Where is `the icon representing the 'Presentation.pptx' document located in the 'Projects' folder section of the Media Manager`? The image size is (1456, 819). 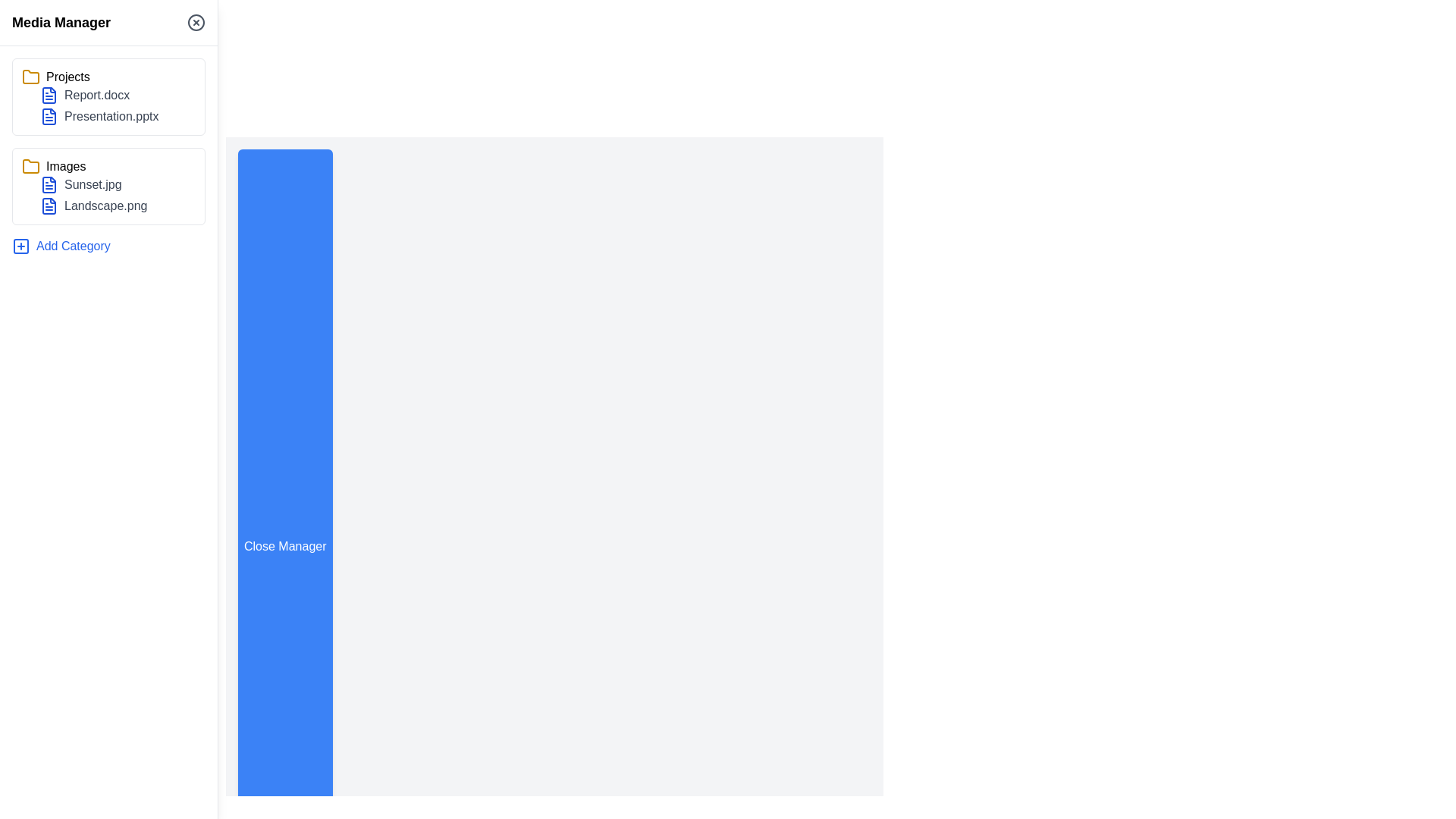
the icon representing the 'Presentation.pptx' document located in the 'Projects' folder section of the Media Manager is located at coordinates (49, 116).